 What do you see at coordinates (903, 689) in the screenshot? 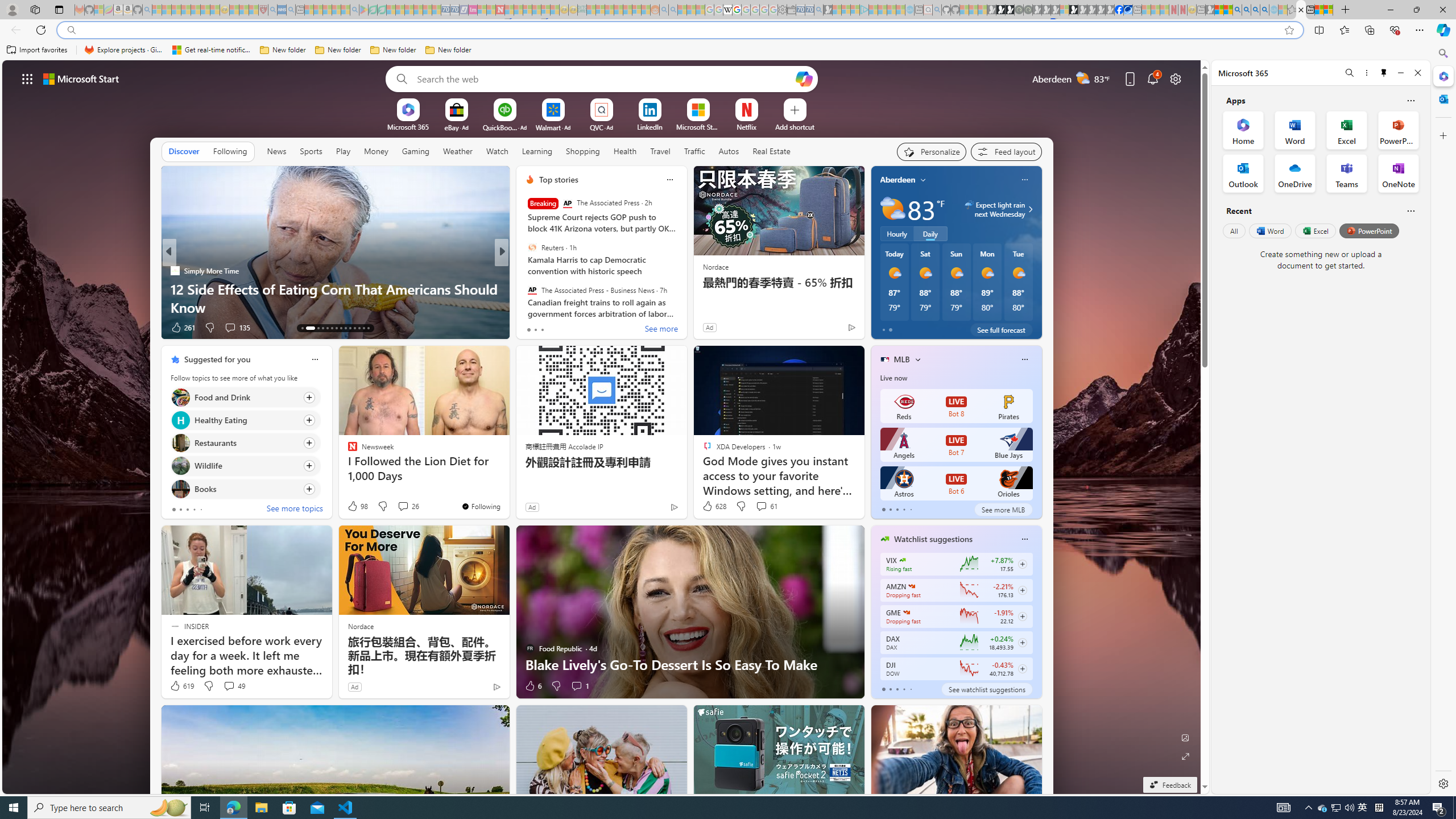
I see `'tab-3'` at bounding box center [903, 689].